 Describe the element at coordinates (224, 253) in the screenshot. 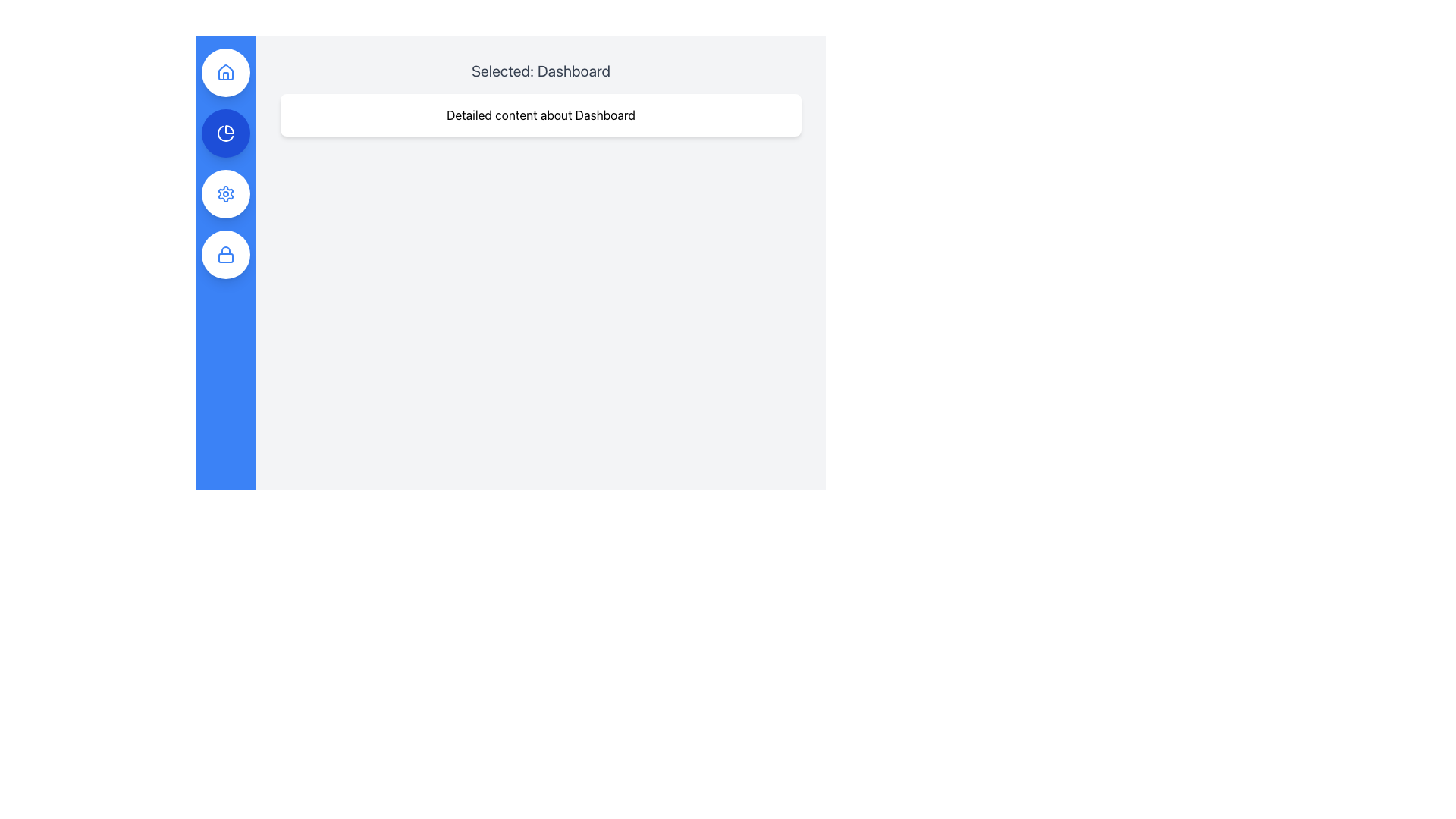

I see `the lock icon in the vertically stacked navigation bar on the left side of the interface, which signifies security-related settings` at that location.